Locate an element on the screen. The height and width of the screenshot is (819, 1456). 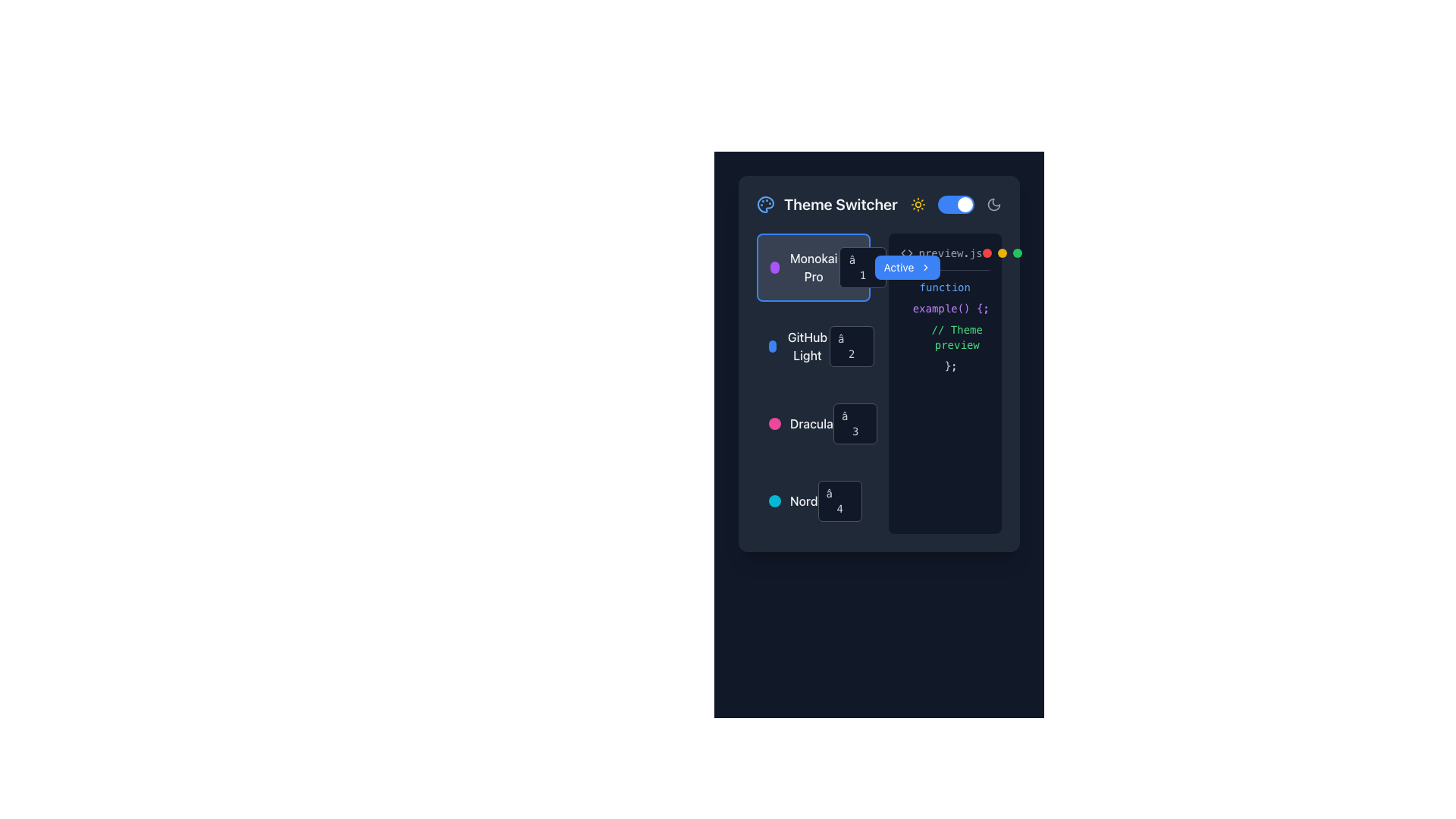
the first list item representing a selectable theme option with a highlighted blue-lit border is located at coordinates (812, 267).